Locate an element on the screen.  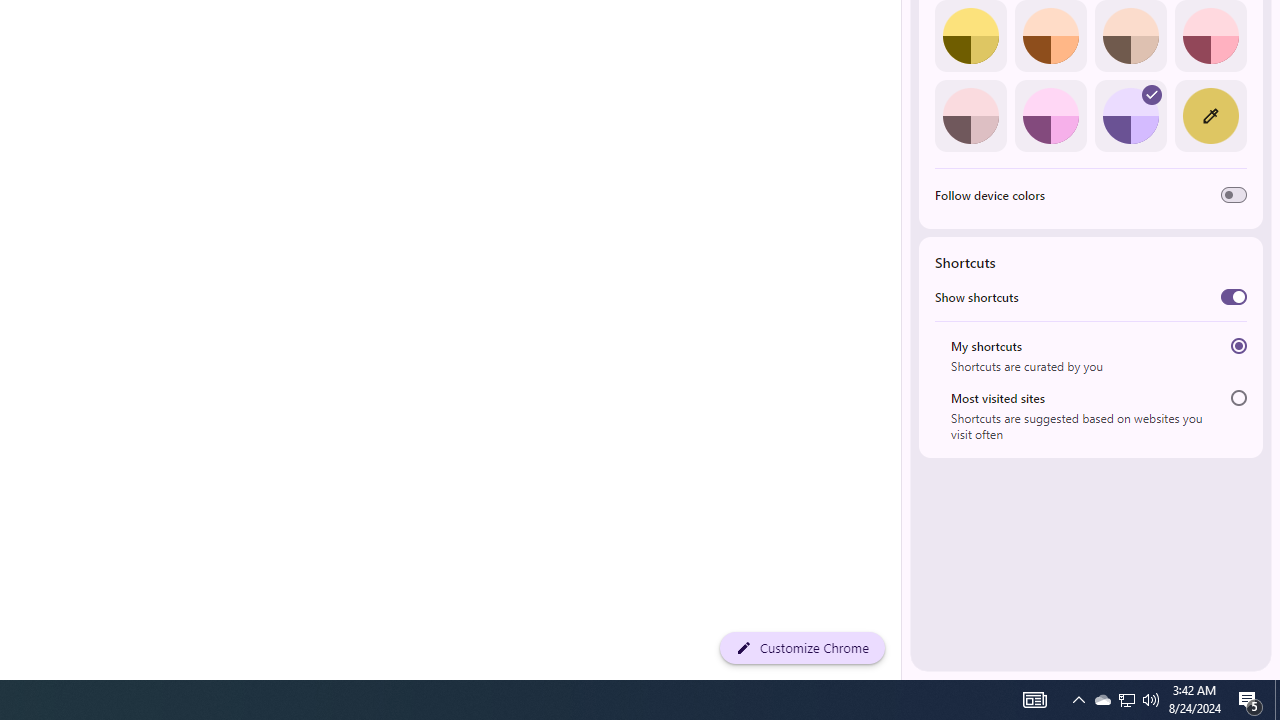
'Customize Chrome' is located at coordinates (801, 648).